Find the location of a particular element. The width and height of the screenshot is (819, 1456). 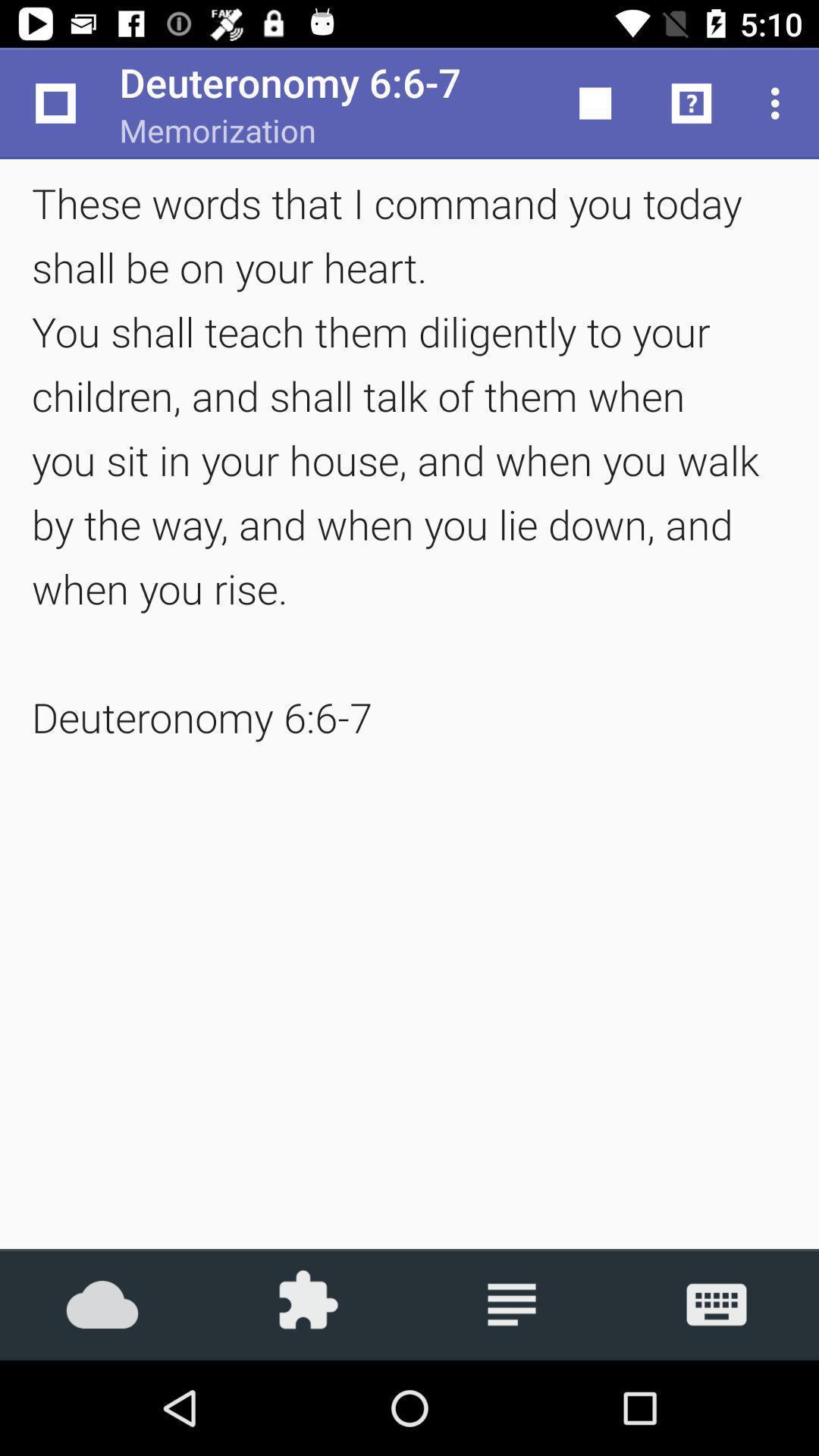

the item next to deuteronomy 6 6 is located at coordinates (595, 102).